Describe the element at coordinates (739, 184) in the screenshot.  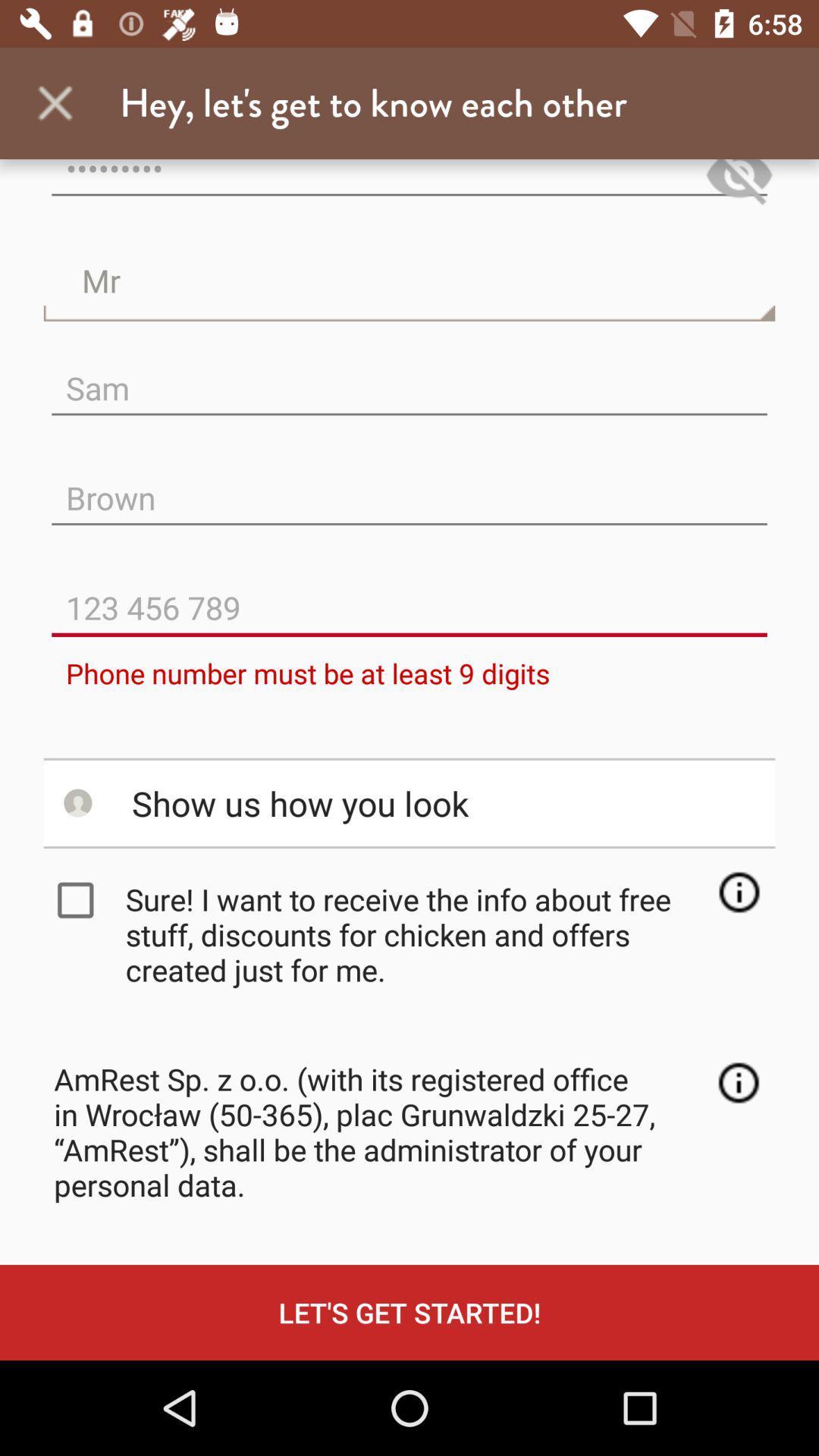
I see `the item at the top right corner` at that location.